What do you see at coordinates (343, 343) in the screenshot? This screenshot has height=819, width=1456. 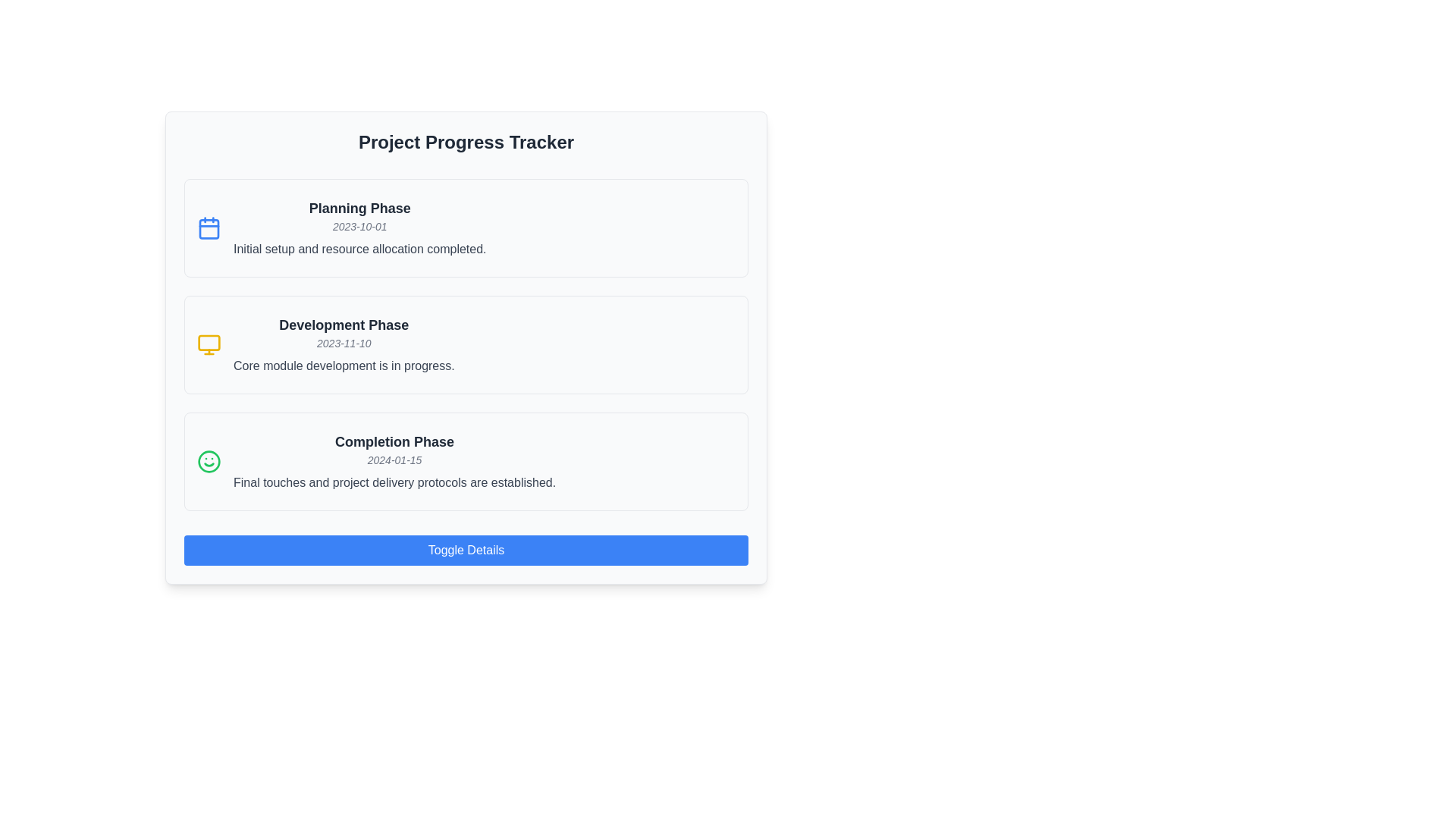 I see `the static text element that serves as a timestamp for the 'Development Phase' of the project, located in the center section of the interface` at bounding box center [343, 343].